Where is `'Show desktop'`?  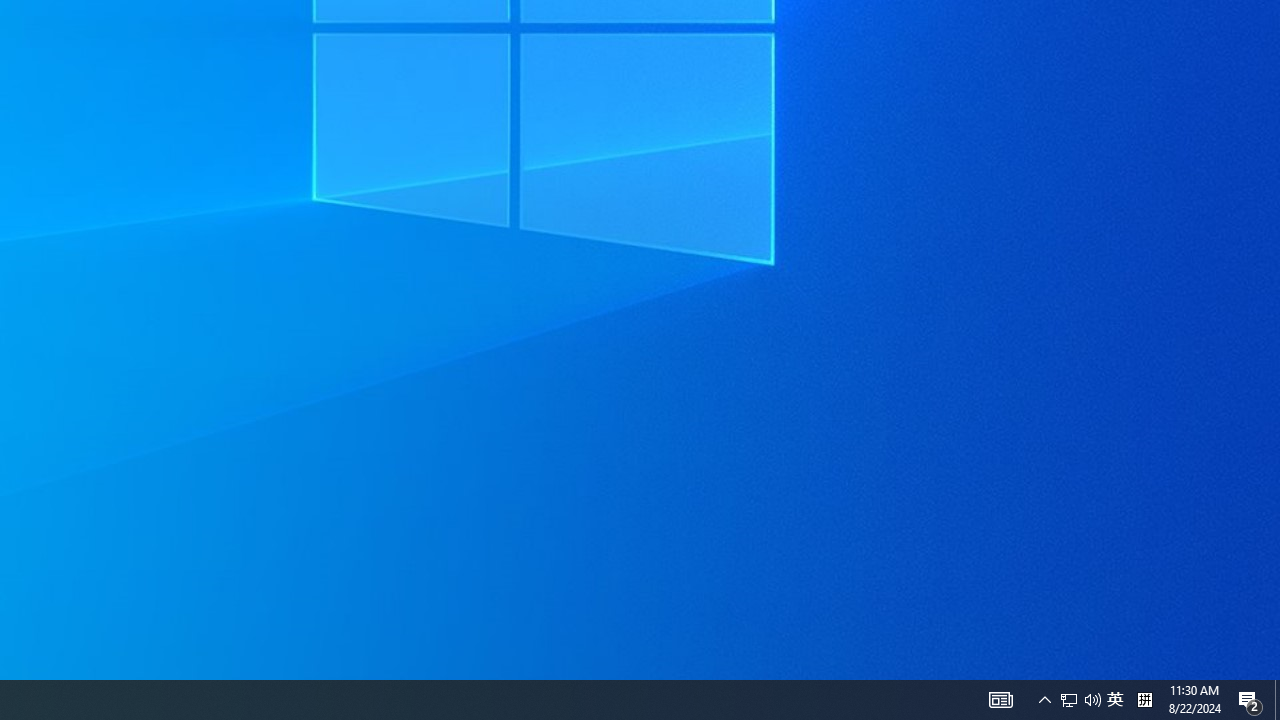
'Show desktop' is located at coordinates (1276, 698).